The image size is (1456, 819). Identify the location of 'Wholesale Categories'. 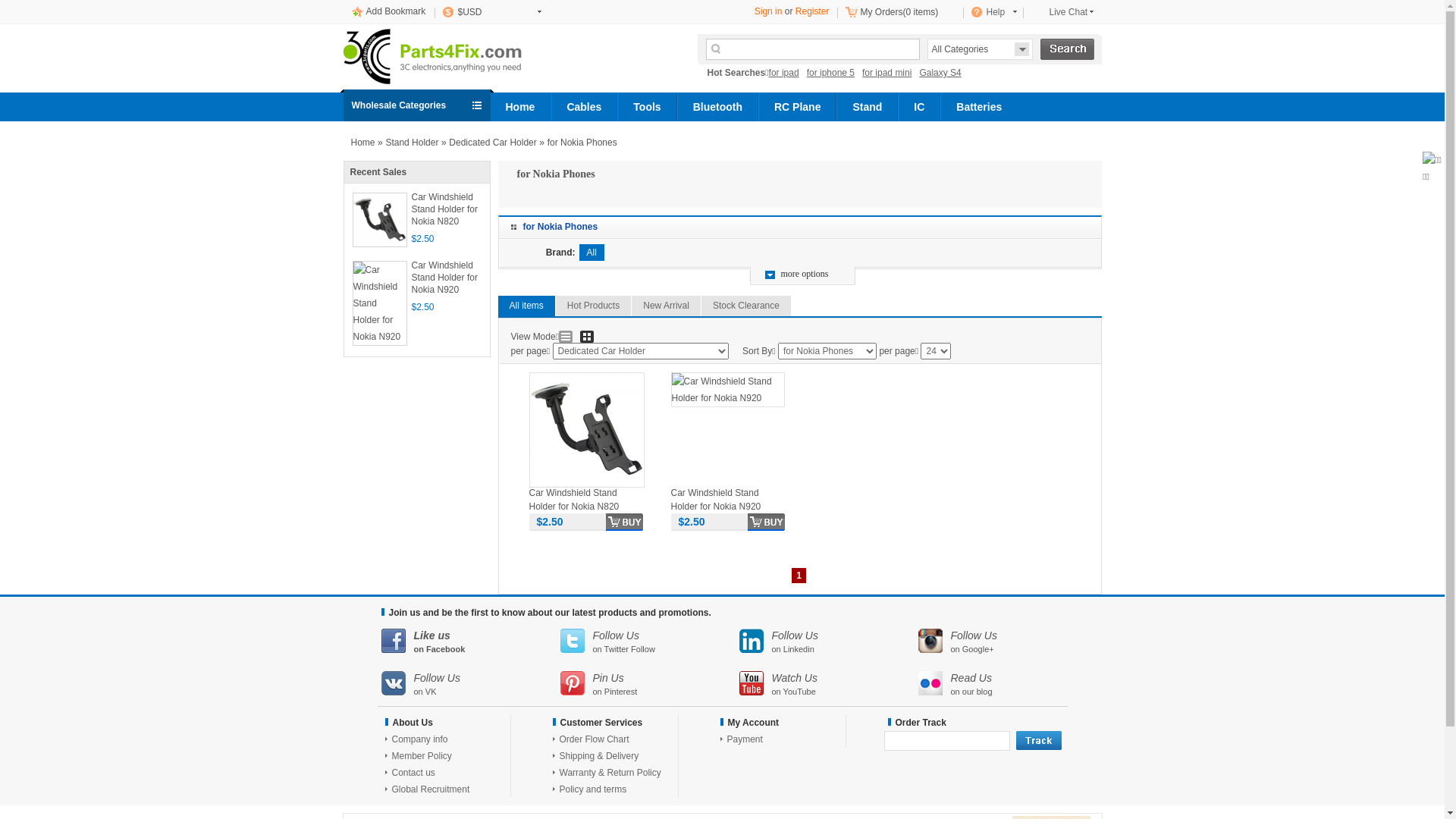
(416, 104).